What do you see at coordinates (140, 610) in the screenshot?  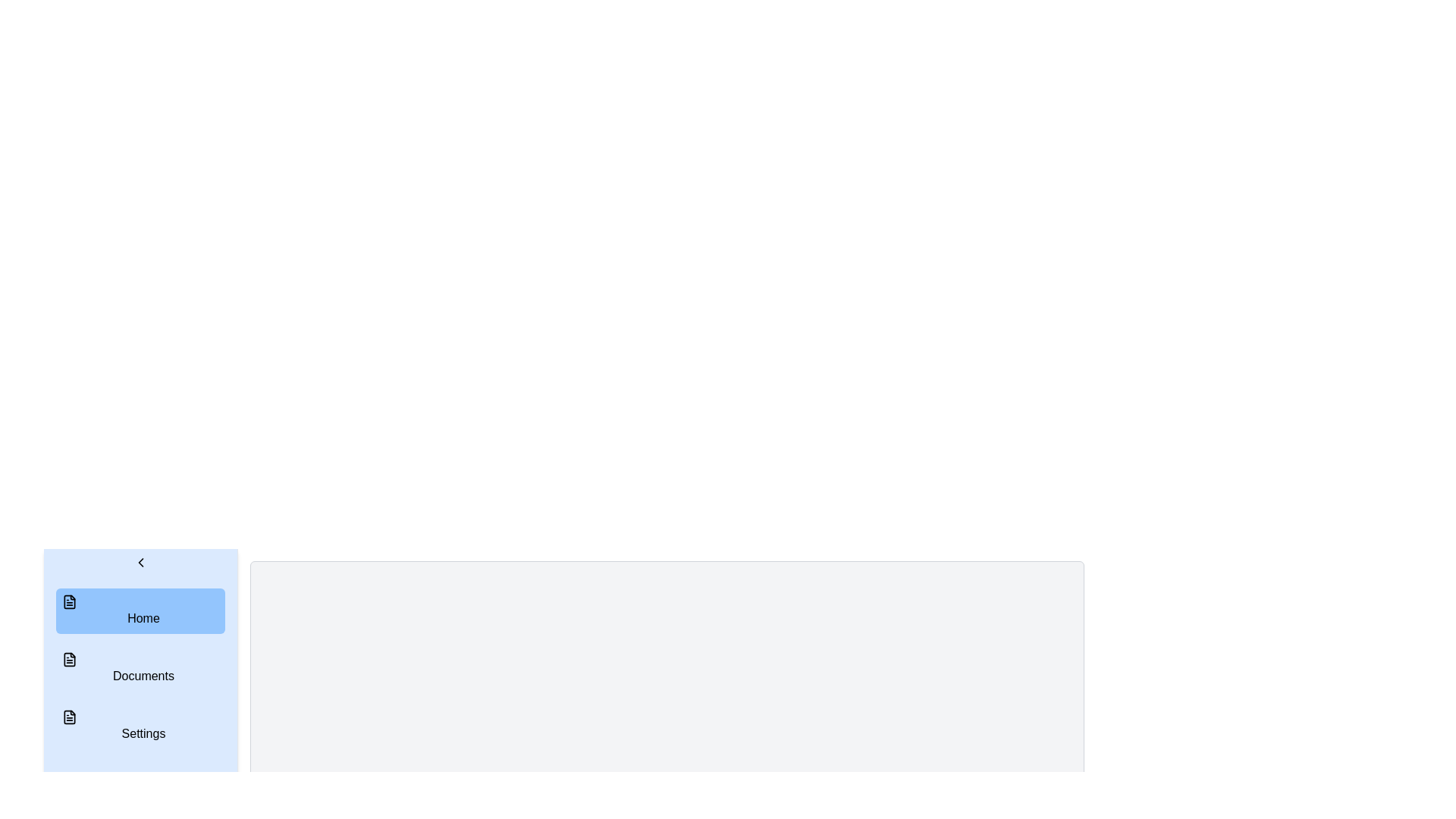 I see `the home navigation button located in the left-side navigation panel` at bounding box center [140, 610].